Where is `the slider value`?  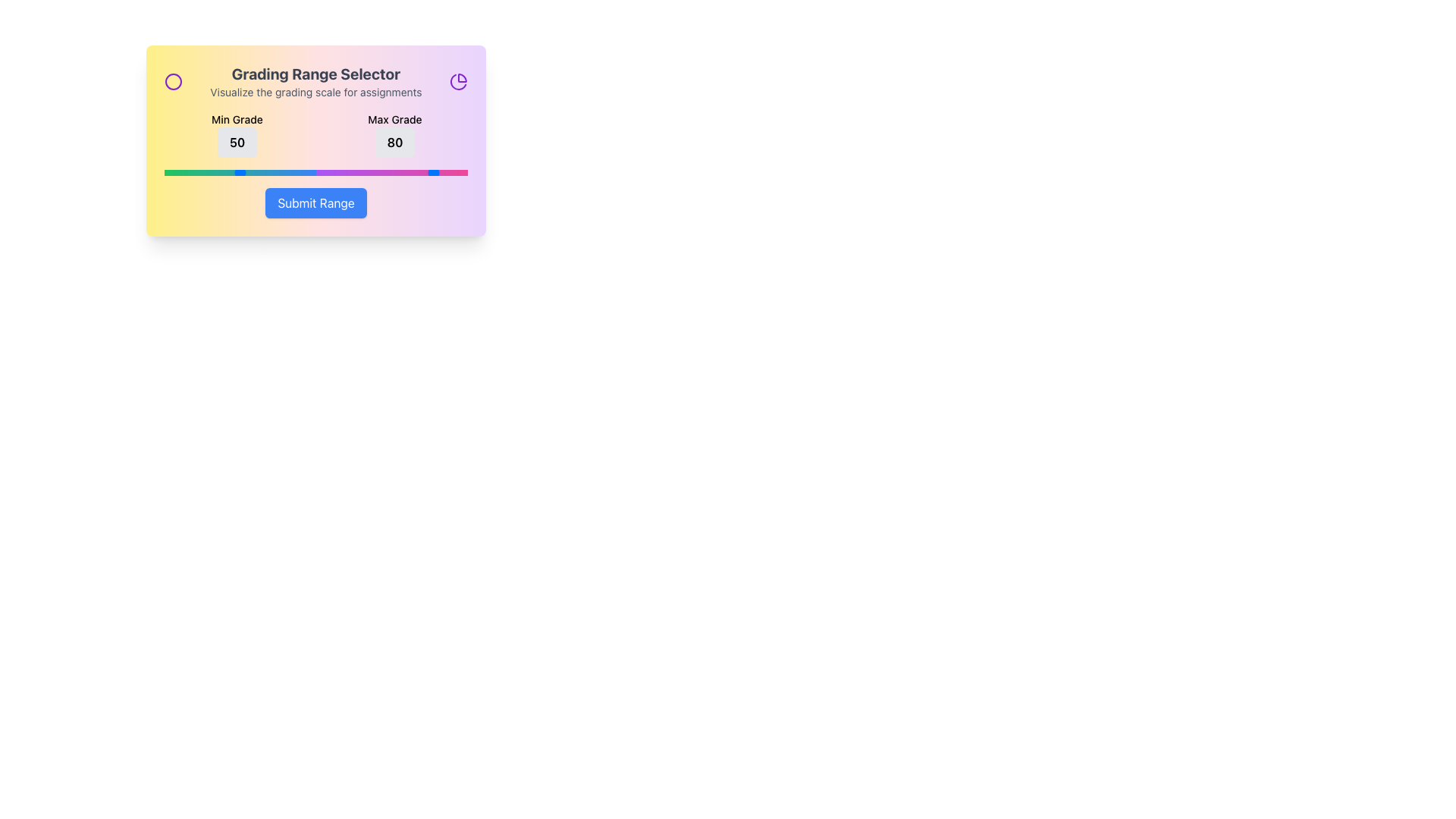 the slider value is located at coordinates (186, 171).